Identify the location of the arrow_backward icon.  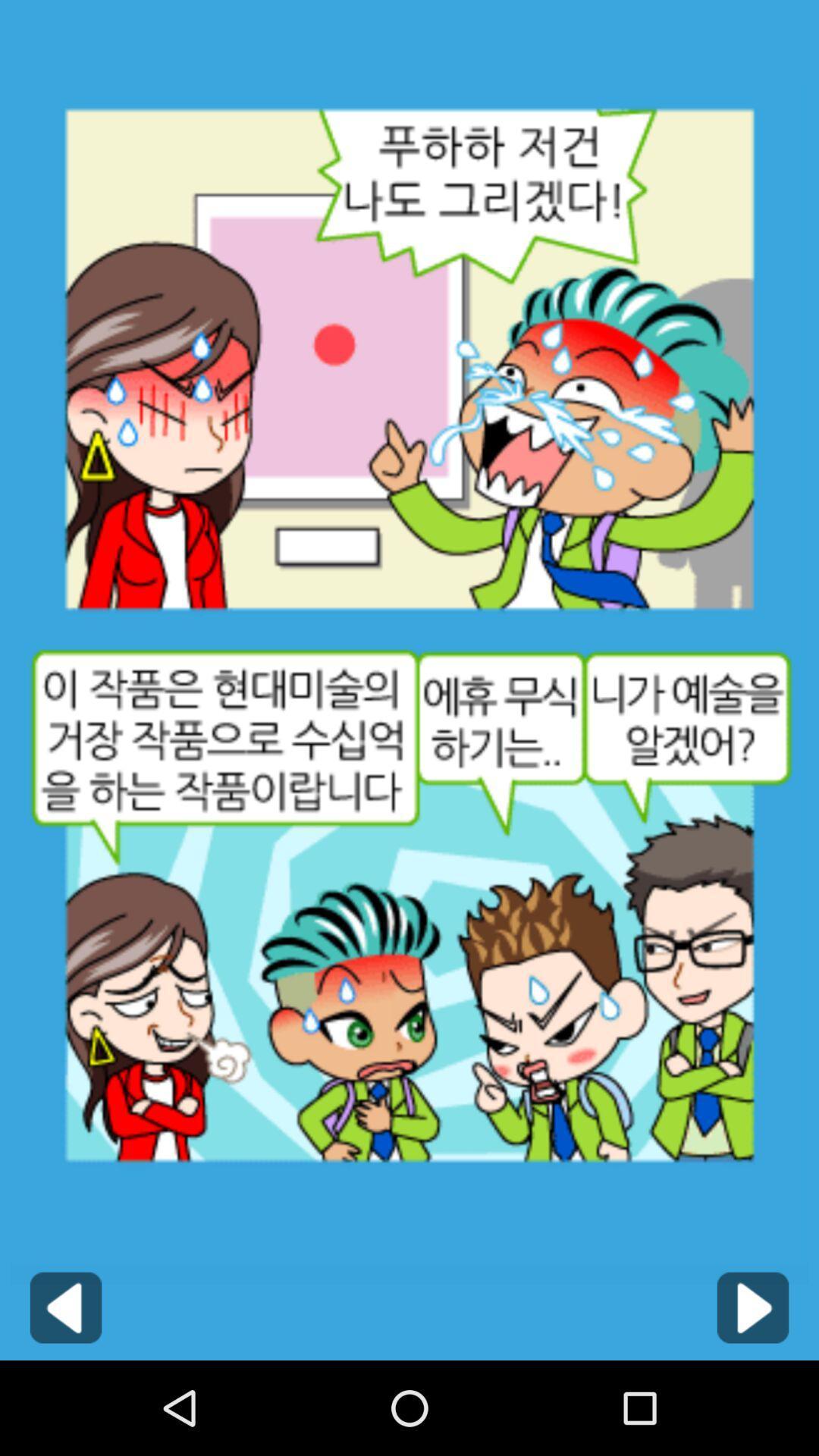
(65, 1398).